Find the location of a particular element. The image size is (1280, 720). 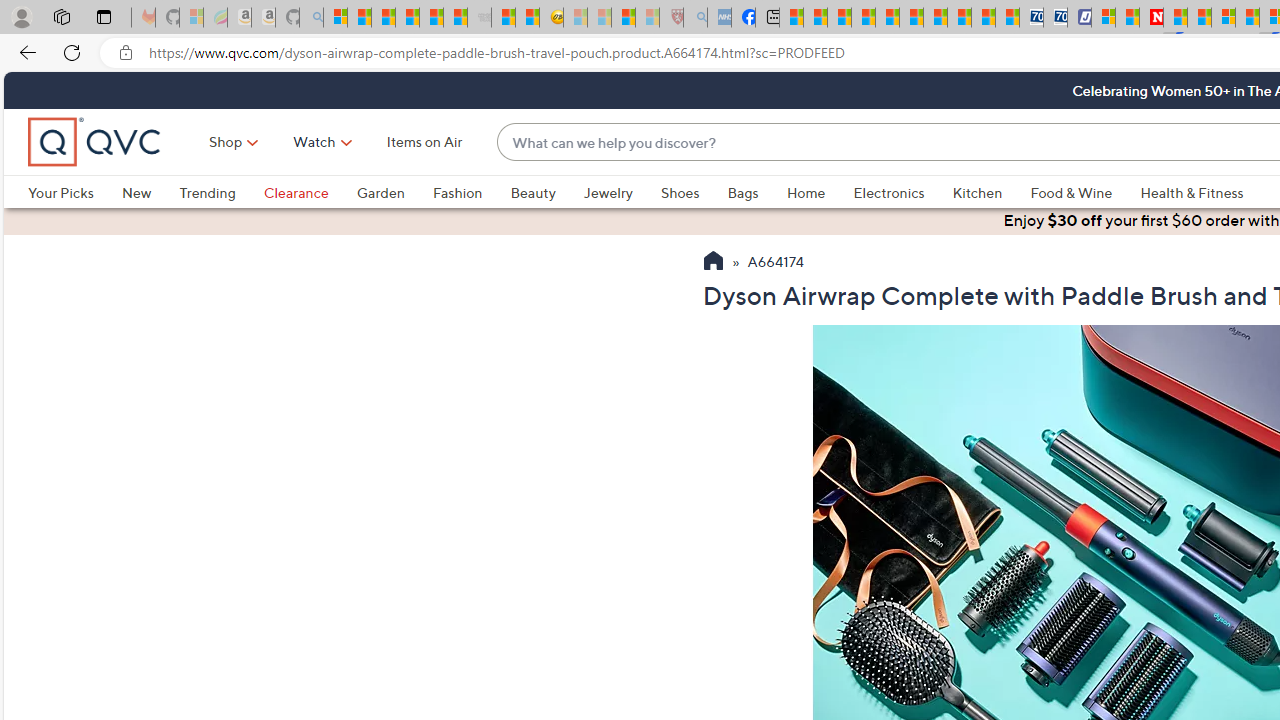

'Trending' is located at coordinates (221, 192).